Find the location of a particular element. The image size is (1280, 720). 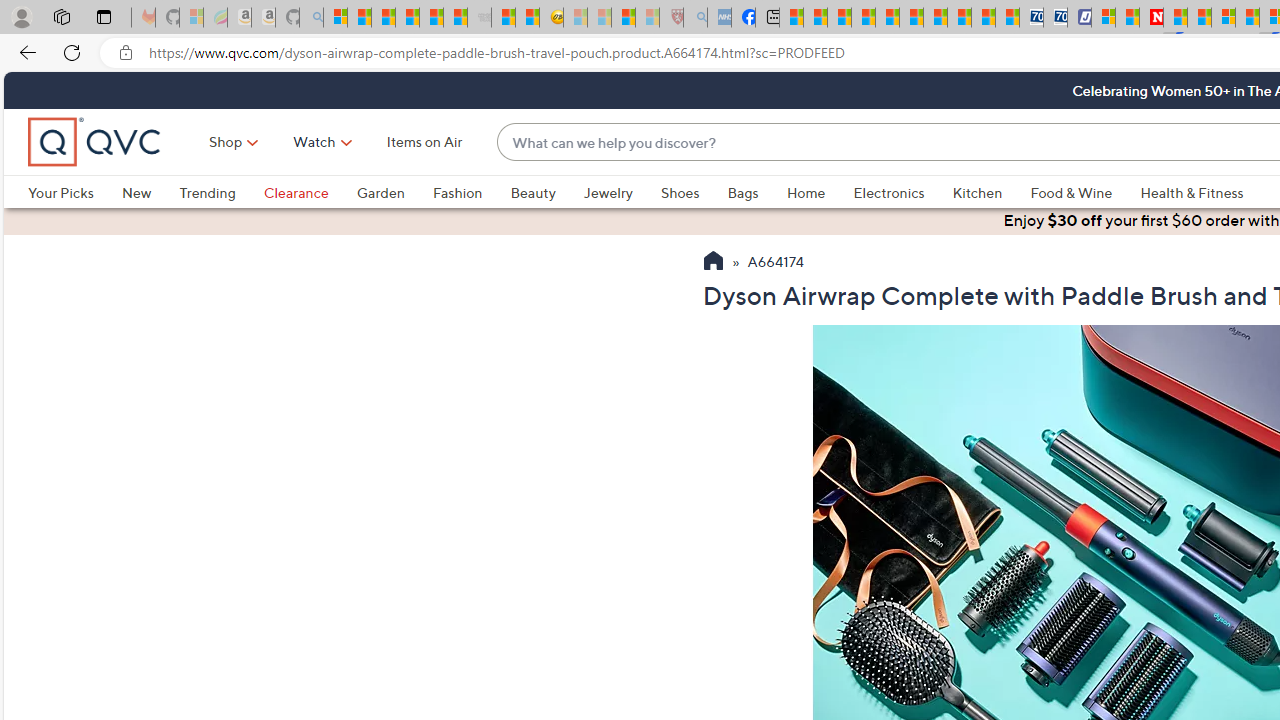

'Trending' is located at coordinates (221, 192).